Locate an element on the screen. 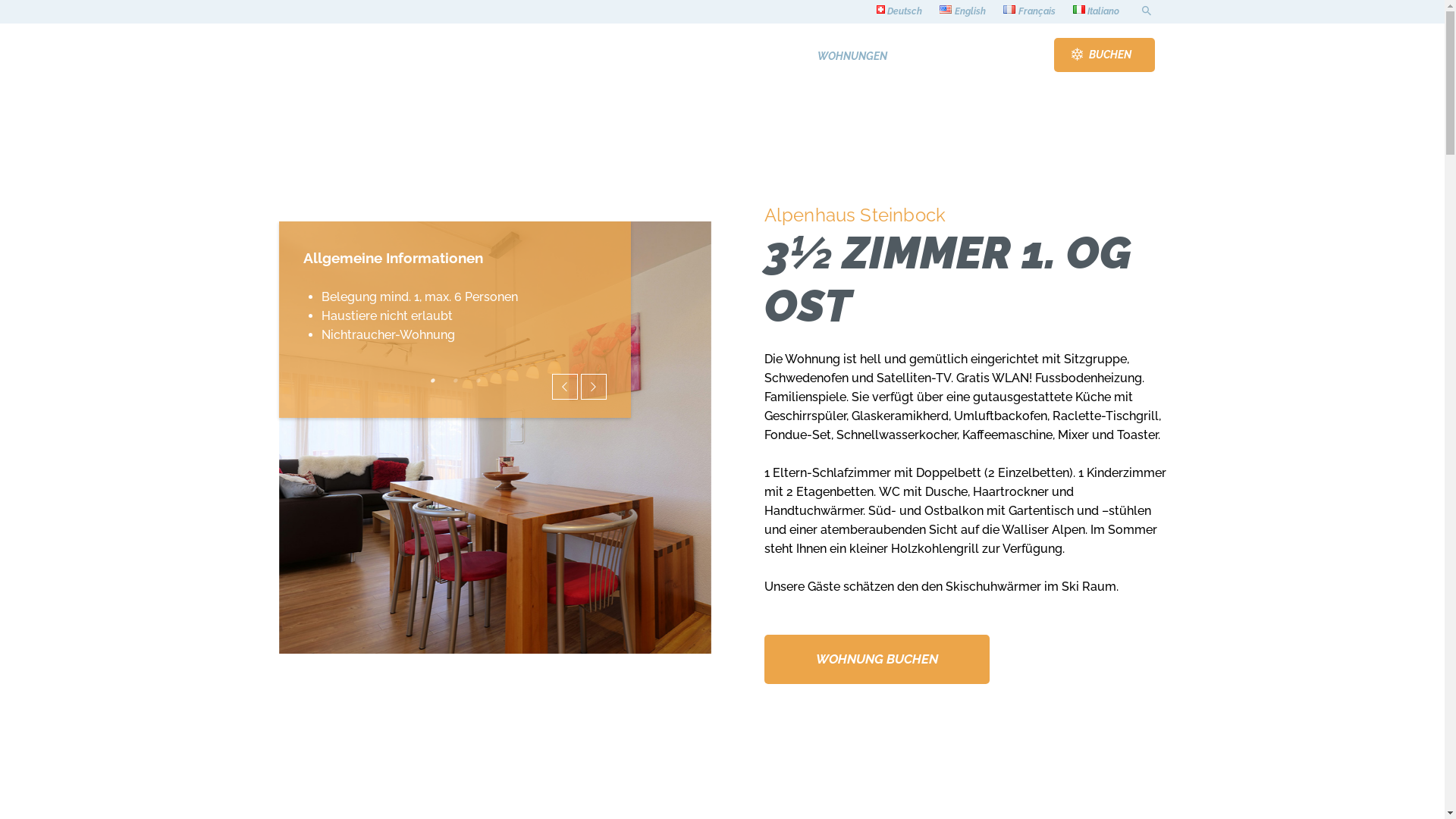  'Deutsch' is located at coordinates (877, 9).